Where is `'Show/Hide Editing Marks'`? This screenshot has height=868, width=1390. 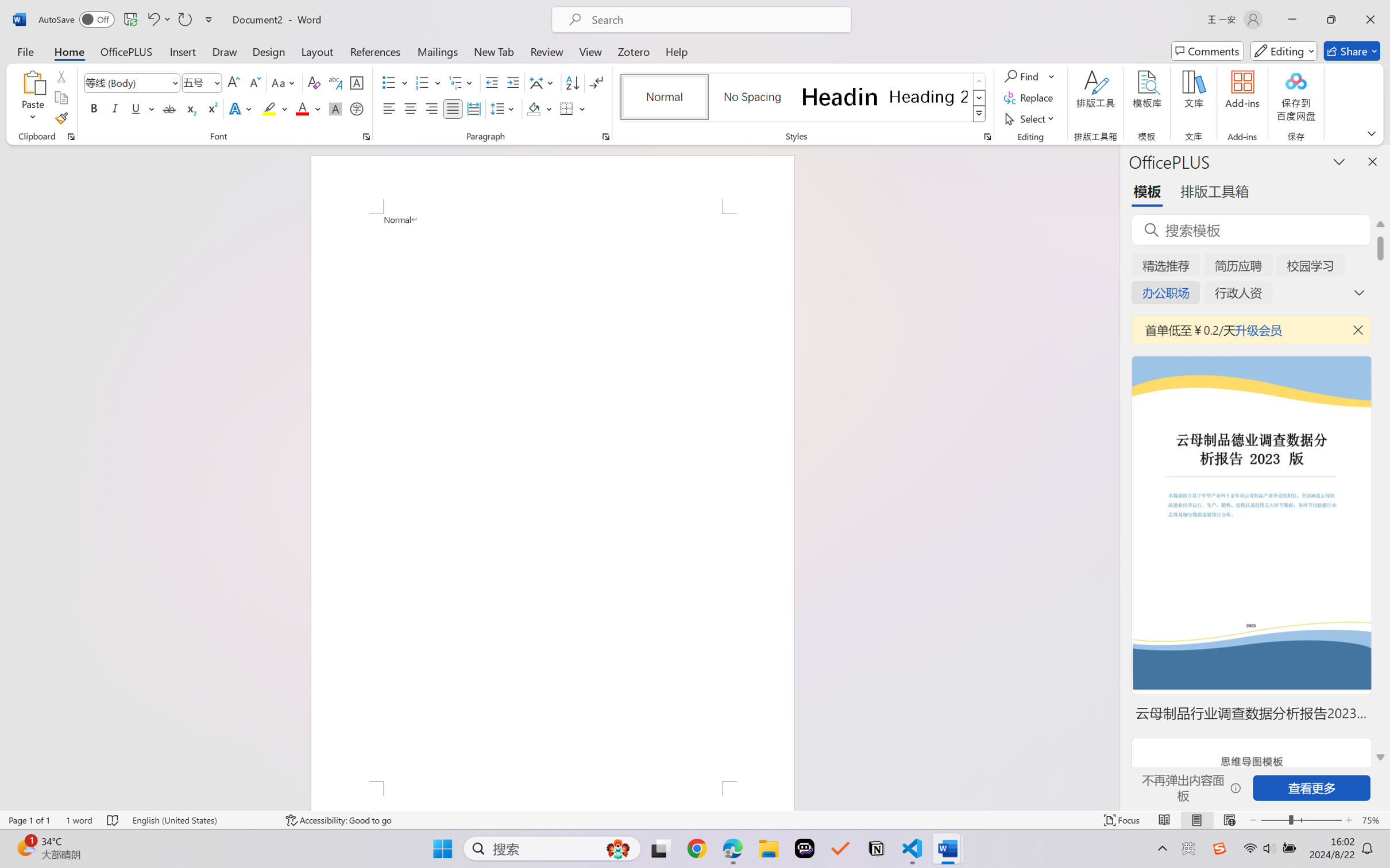
'Show/Hide Editing Marks' is located at coordinates (596, 83).